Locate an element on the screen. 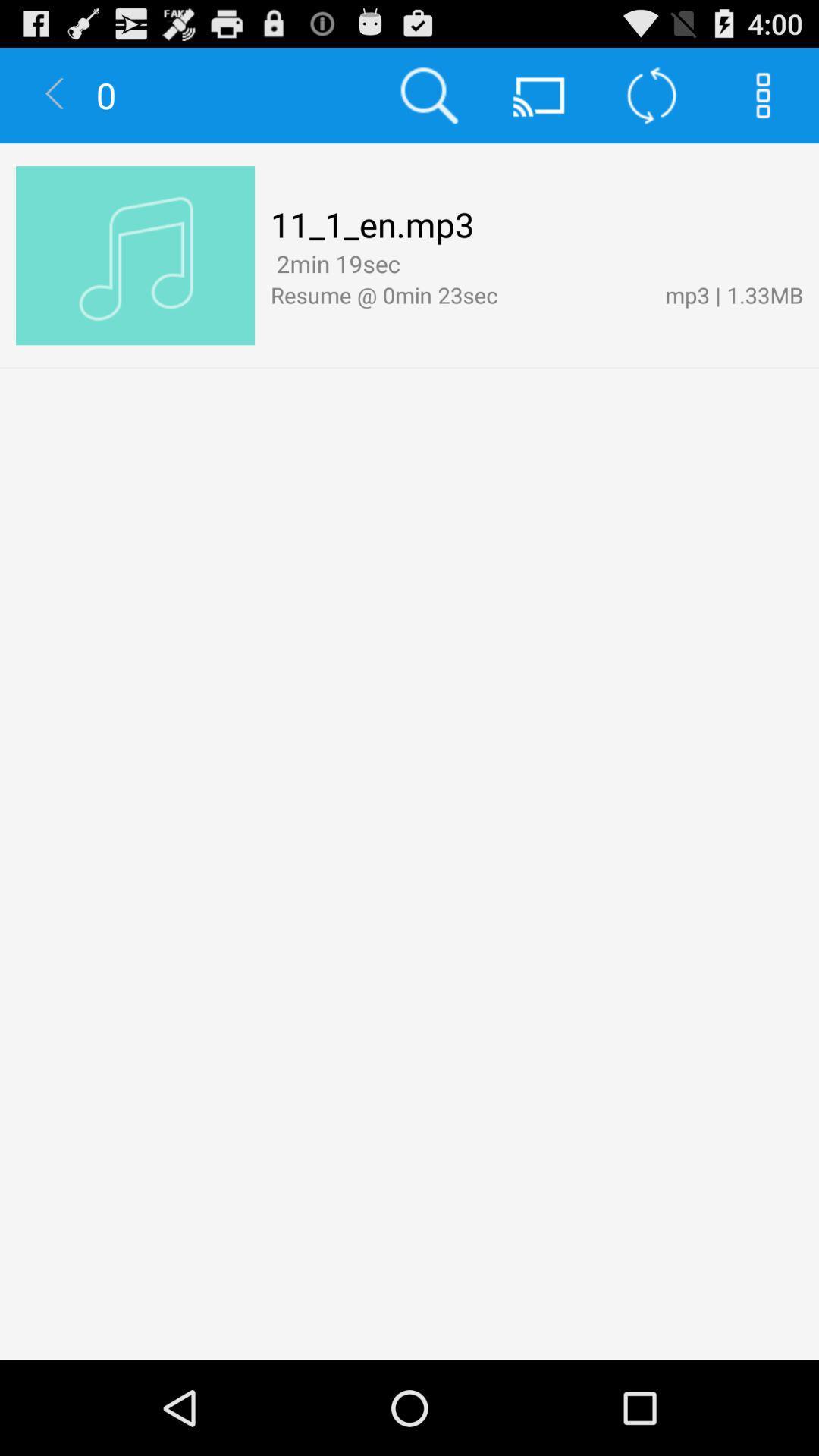  the icon below the 11_1_en.mp3 icon is located at coordinates (334, 263).